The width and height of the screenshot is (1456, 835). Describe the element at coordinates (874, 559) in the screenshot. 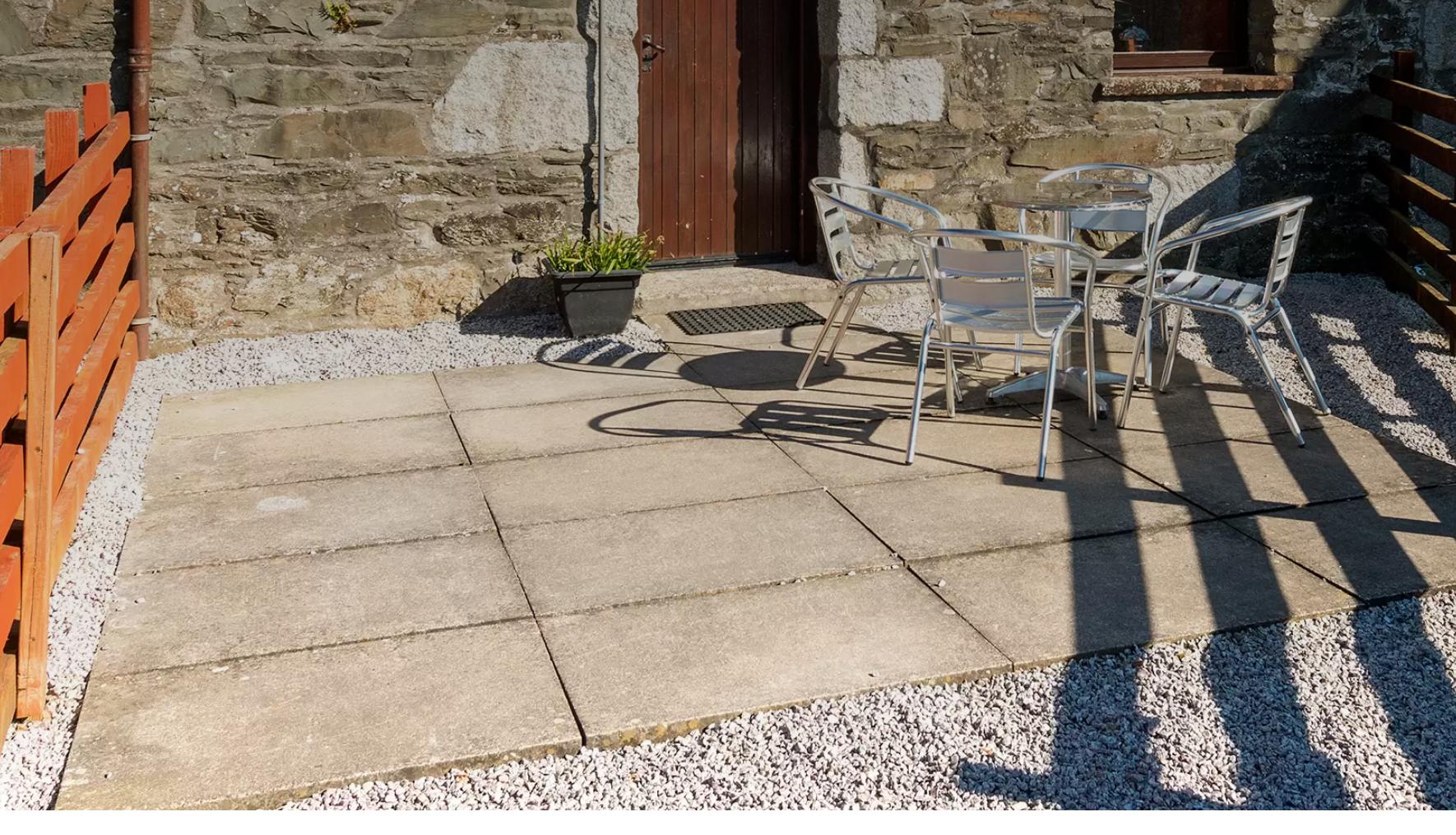

I see `'Blog'` at that location.